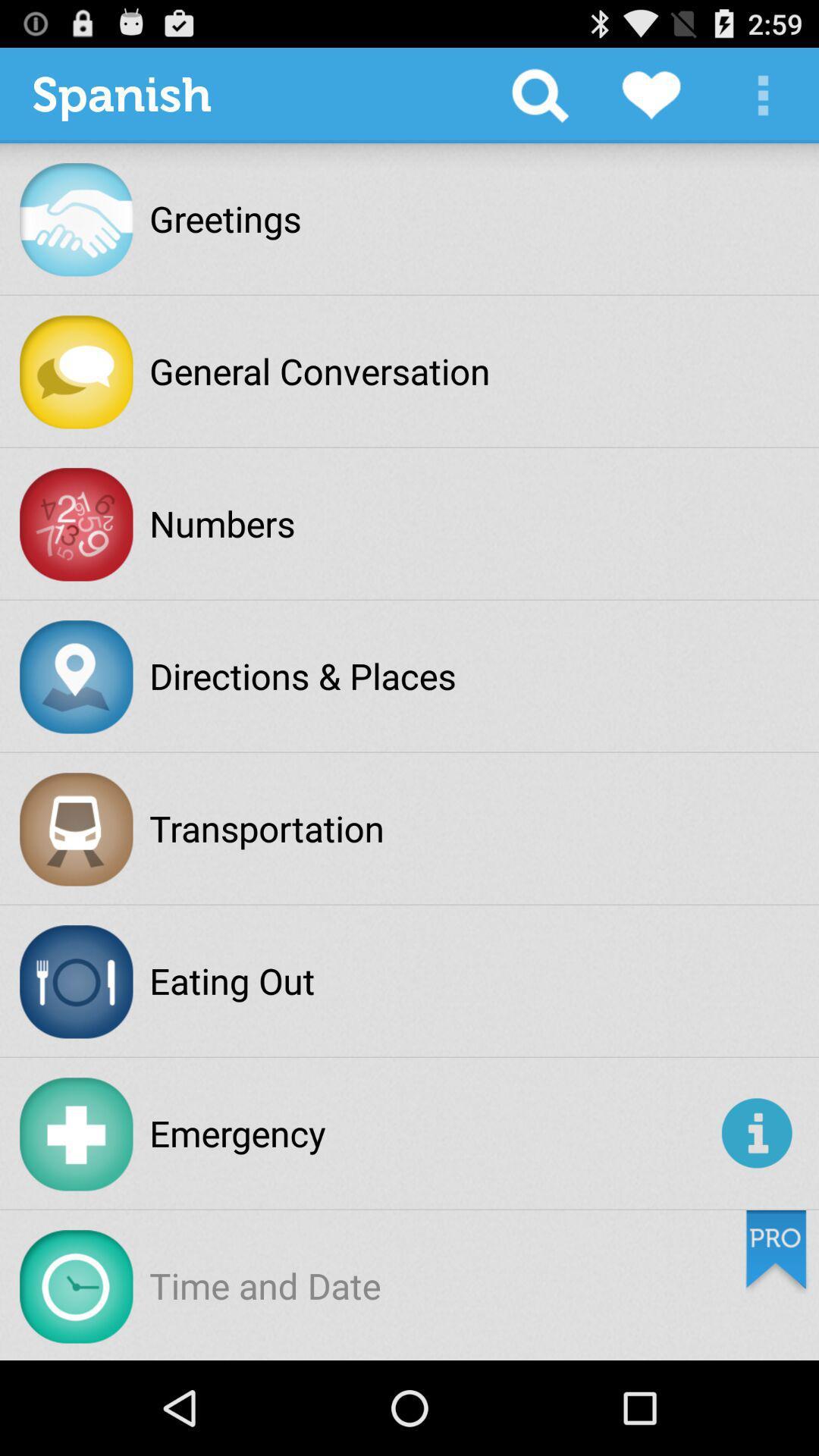 Image resolution: width=819 pixels, height=1456 pixels. Describe the element at coordinates (318, 371) in the screenshot. I see `general conversation` at that location.